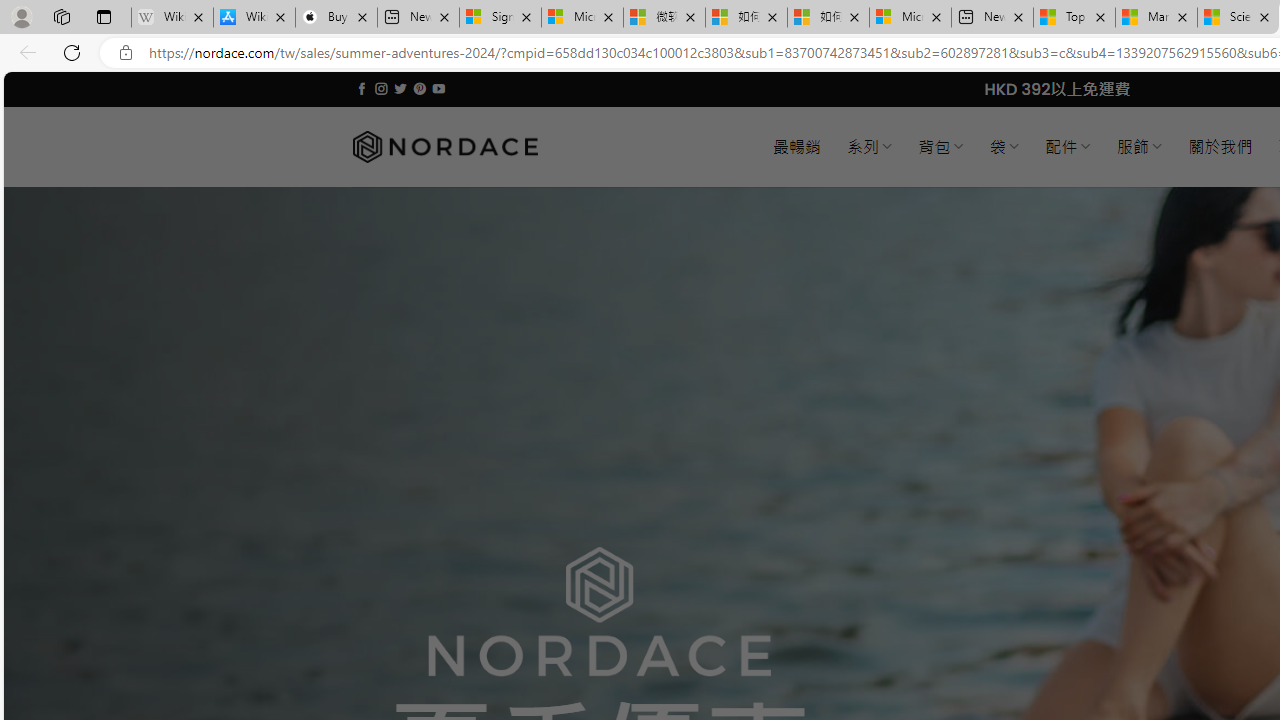 This screenshot has width=1280, height=720. Describe the element at coordinates (381, 88) in the screenshot. I see `'Follow on Instagram'` at that location.